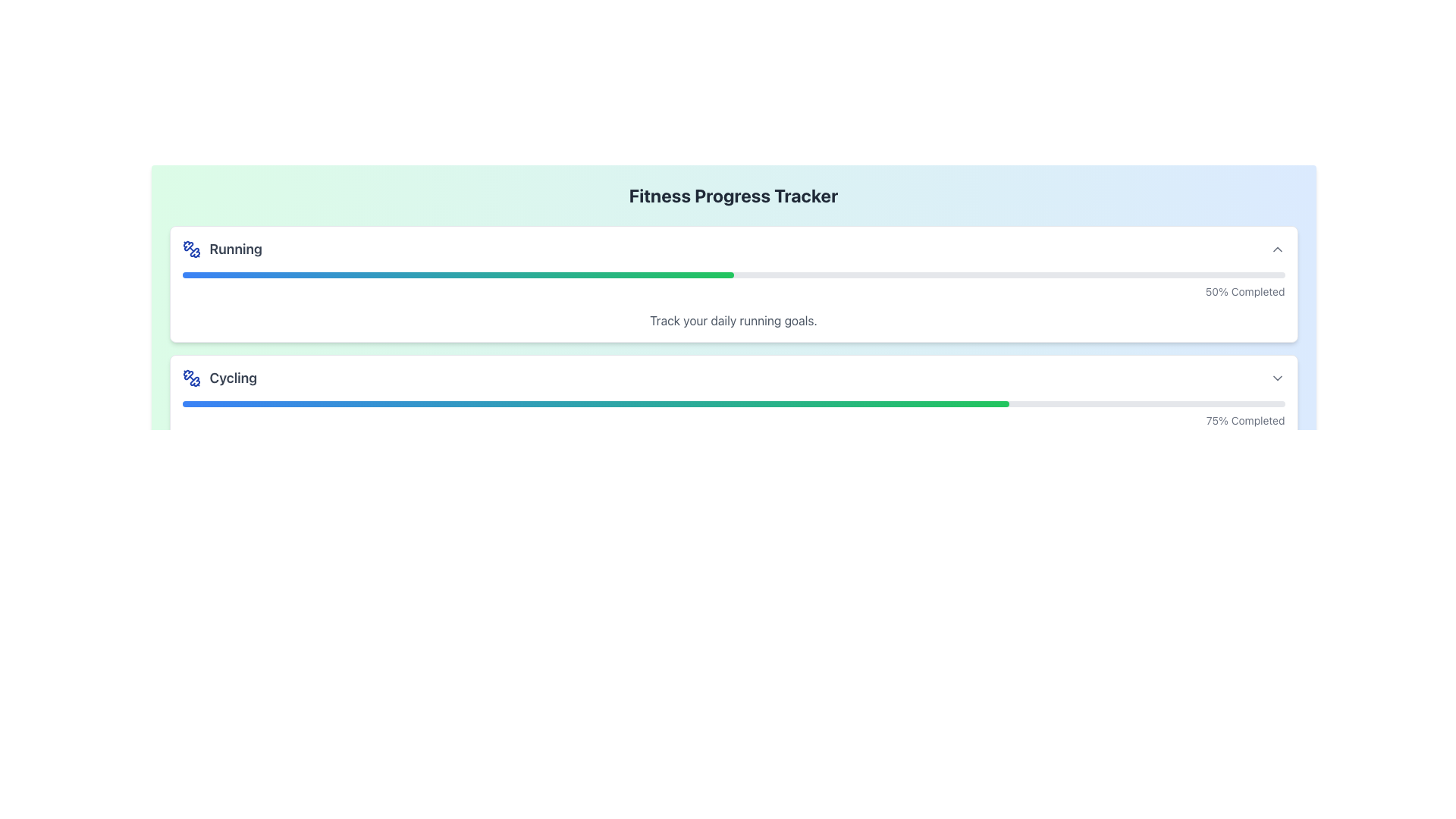 Image resolution: width=1456 pixels, height=819 pixels. Describe the element at coordinates (1276, 248) in the screenshot. I see `the toggle icon located at the upper right corner of the 'Running' section` at that location.